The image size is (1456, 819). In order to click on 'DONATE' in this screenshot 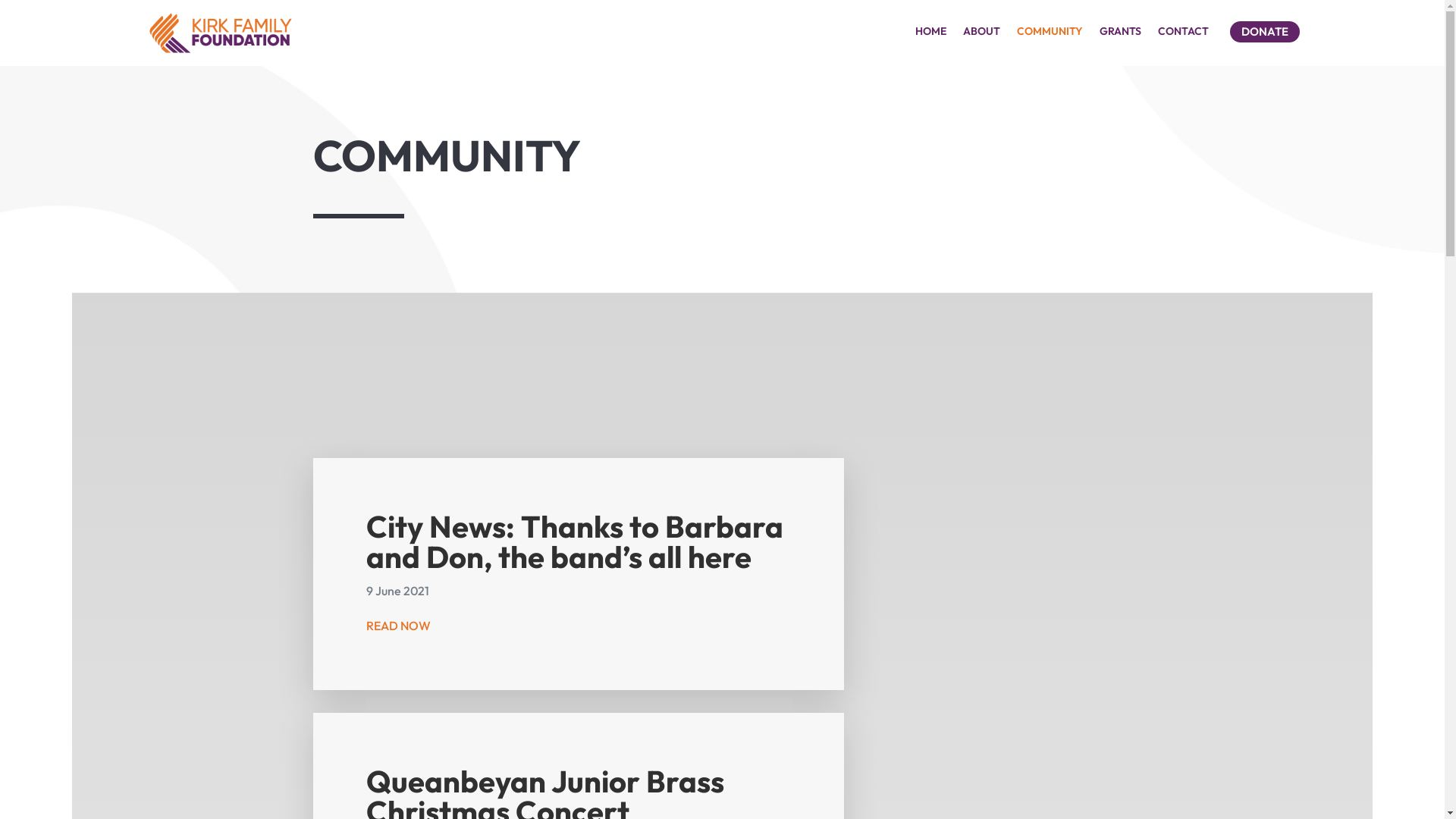, I will do `click(1230, 32)`.